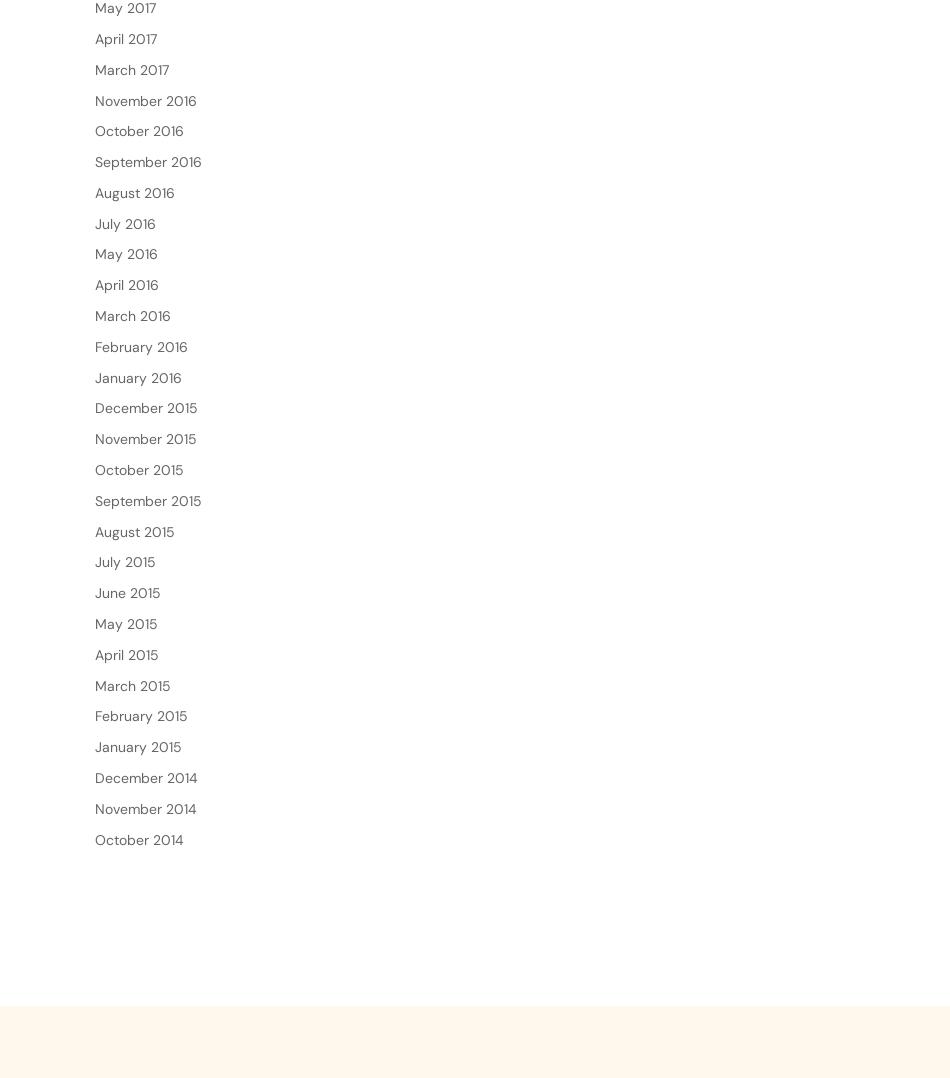  What do you see at coordinates (138, 441) in the screenshot?
I see `'January 2016'` at bounding box center [138, 441].